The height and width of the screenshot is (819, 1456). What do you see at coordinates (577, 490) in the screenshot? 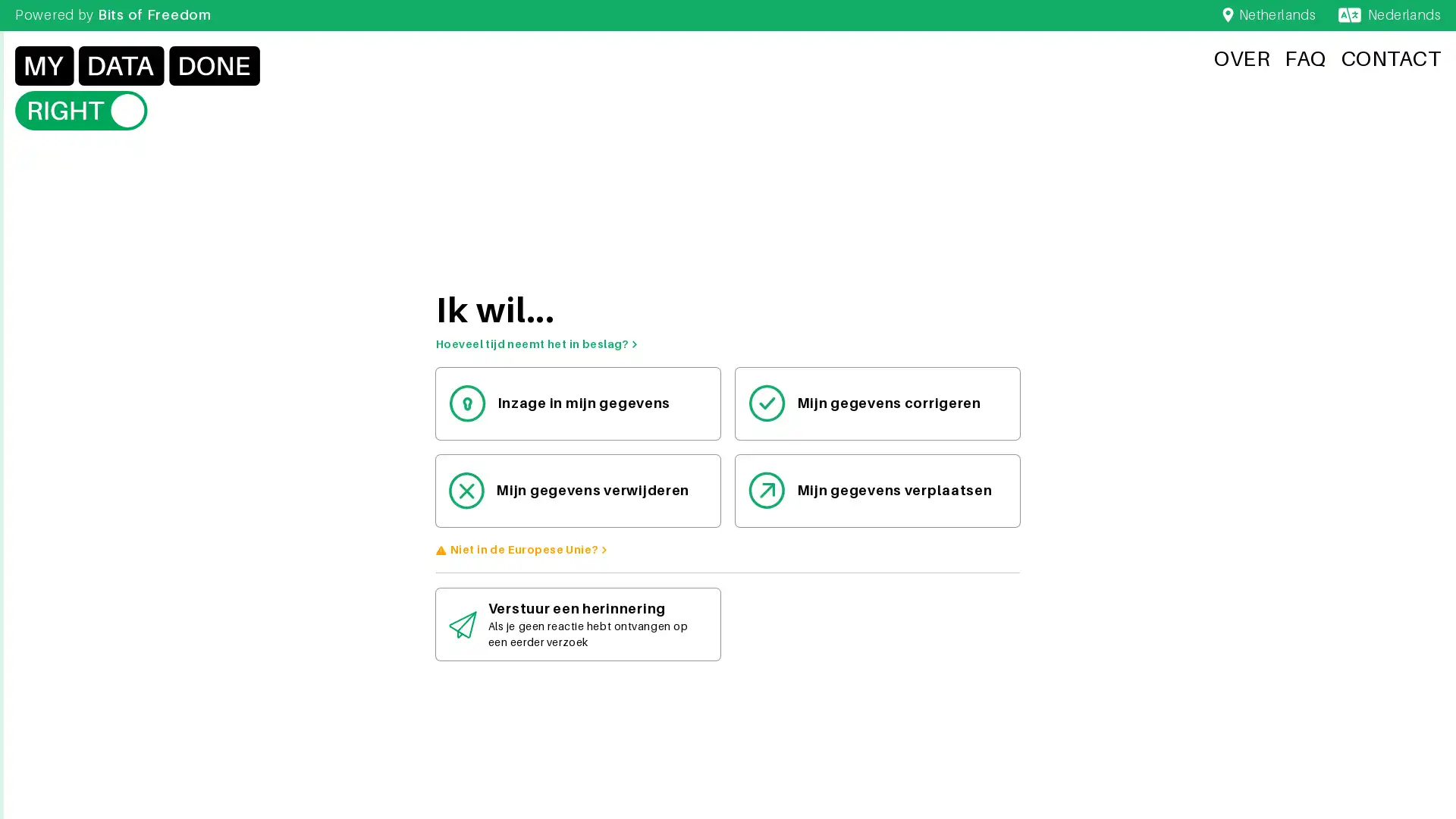
I see `Mijn gegevens verwijderen` at bounding box center [577, 490].